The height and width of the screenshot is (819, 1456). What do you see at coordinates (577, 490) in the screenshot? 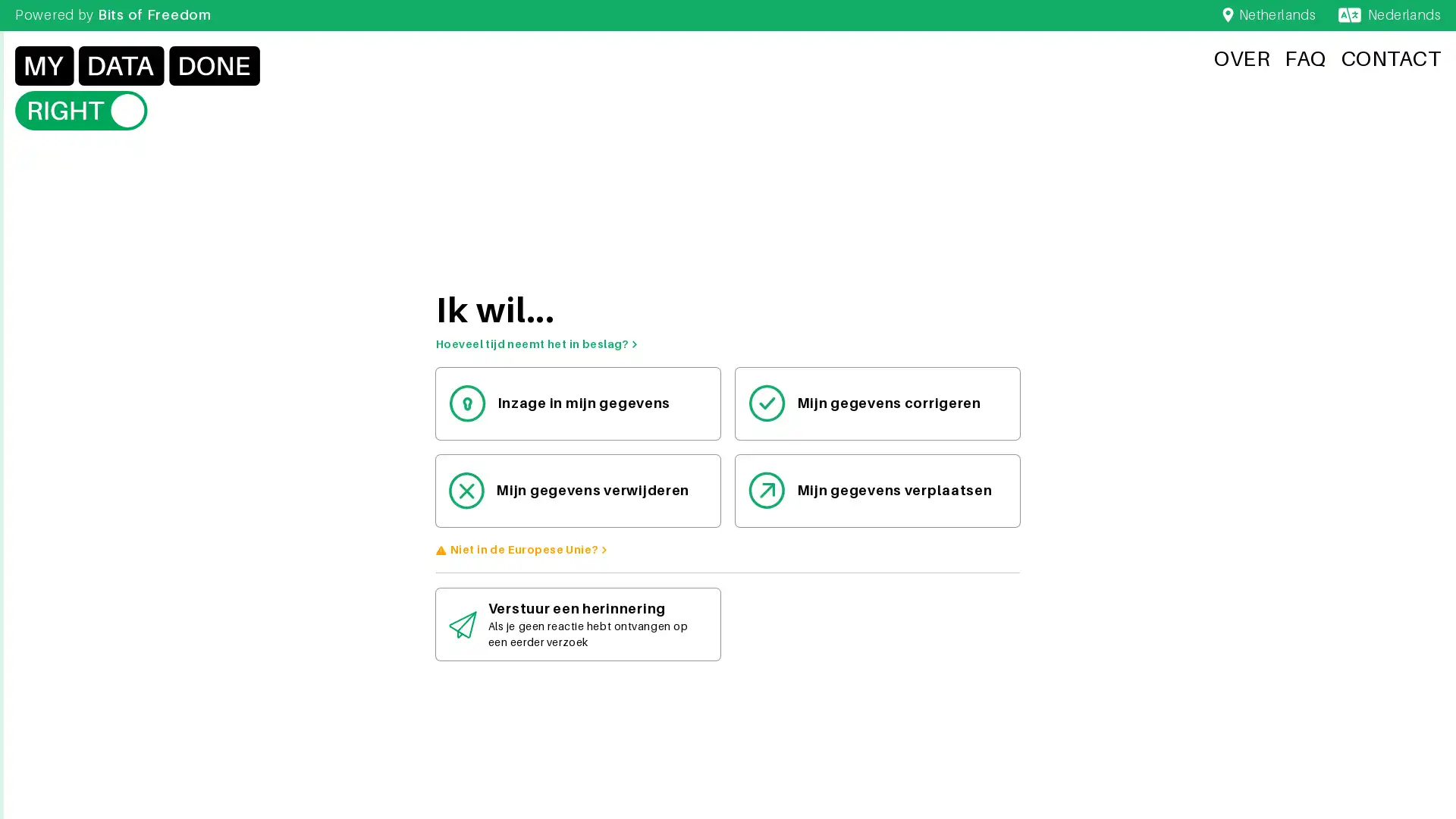
I see `Mijn gegevens verwijderen` at bounding box center [577, 490].